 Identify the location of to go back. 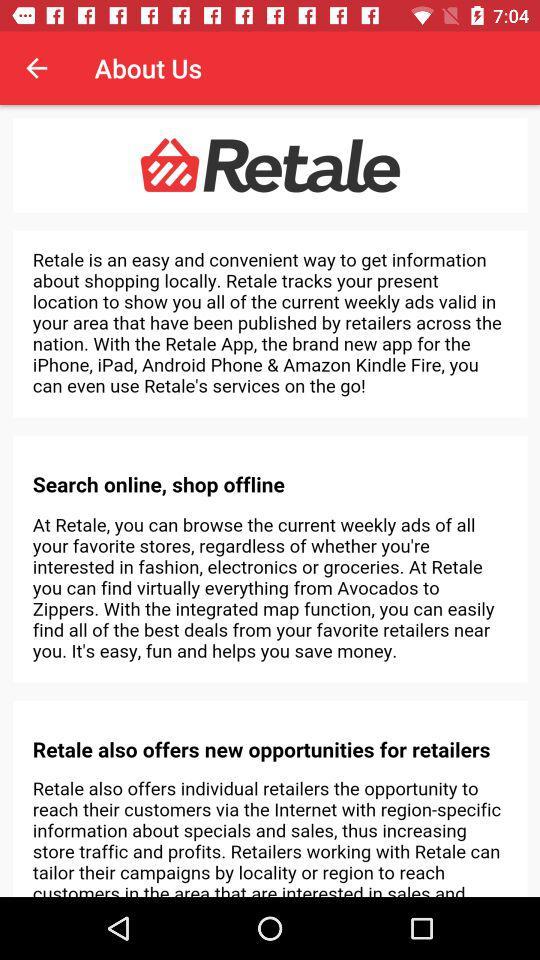
(36, 68).